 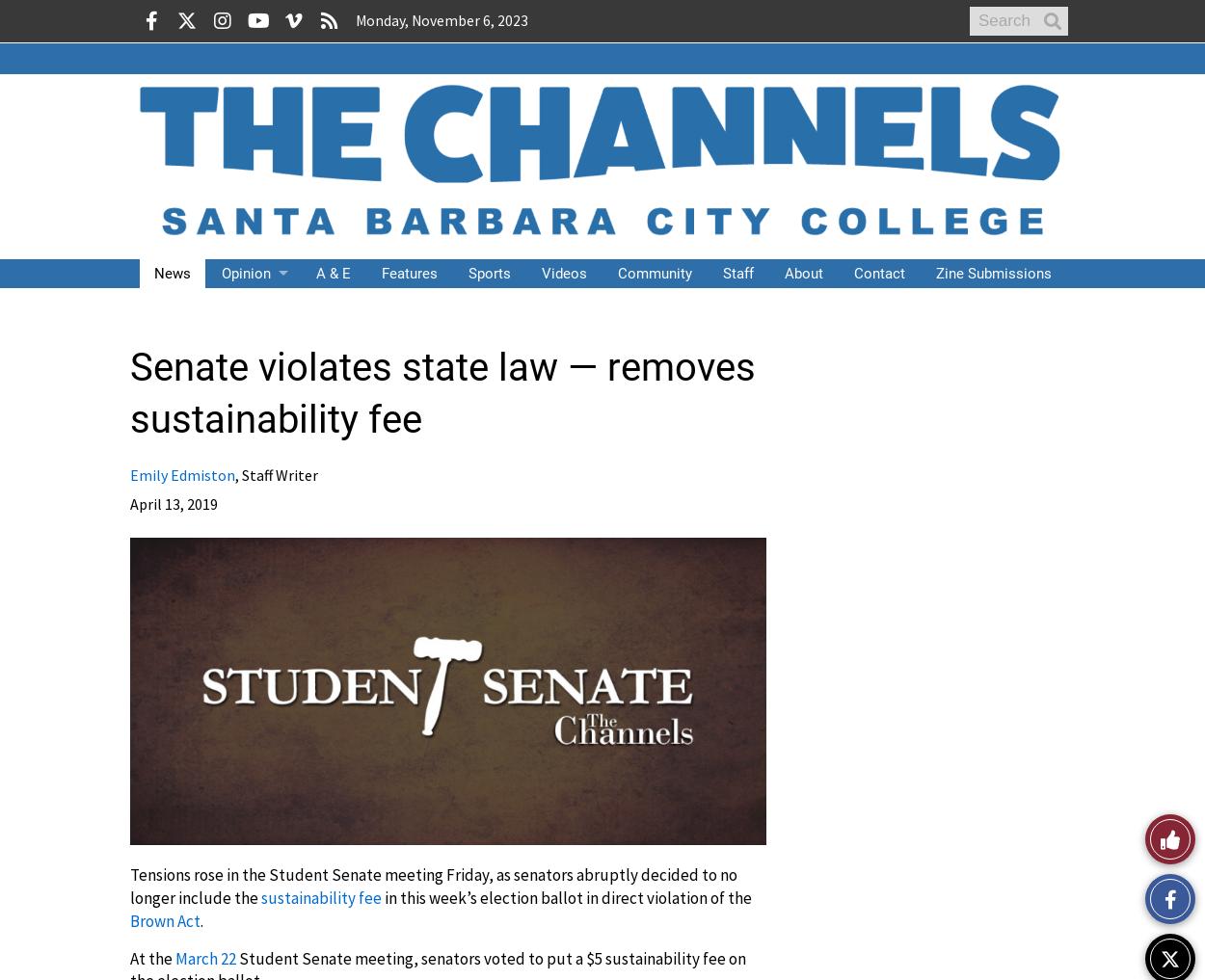 I want to click on 'Tensions rose in the Student Senate meeting Friday, as senators abruptly decided to no longer include the', so click(x=130, y=885).